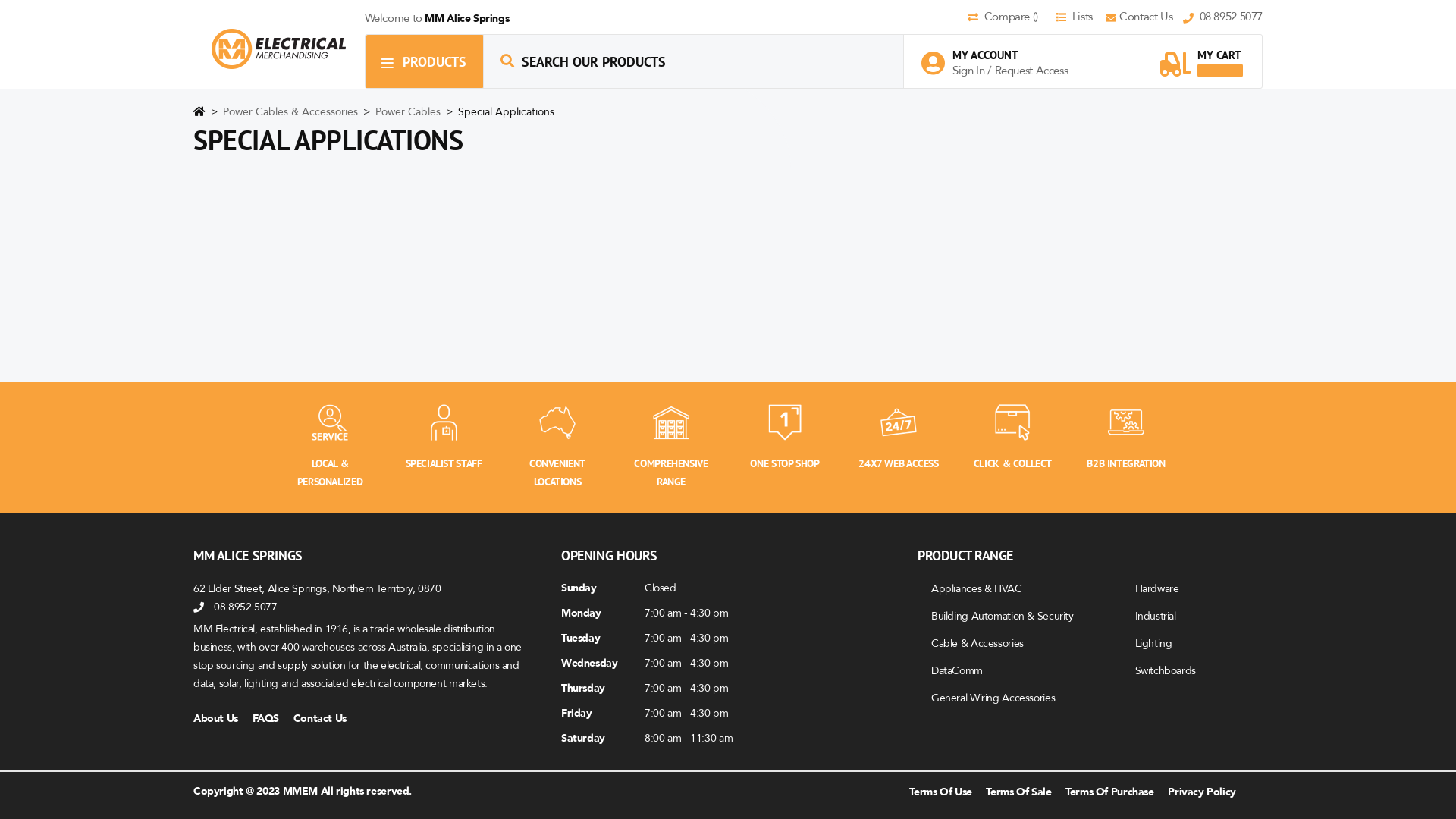  Describe the element at coordinates (1078, 17) in the screenshot. I see `'Lists'` at that location.